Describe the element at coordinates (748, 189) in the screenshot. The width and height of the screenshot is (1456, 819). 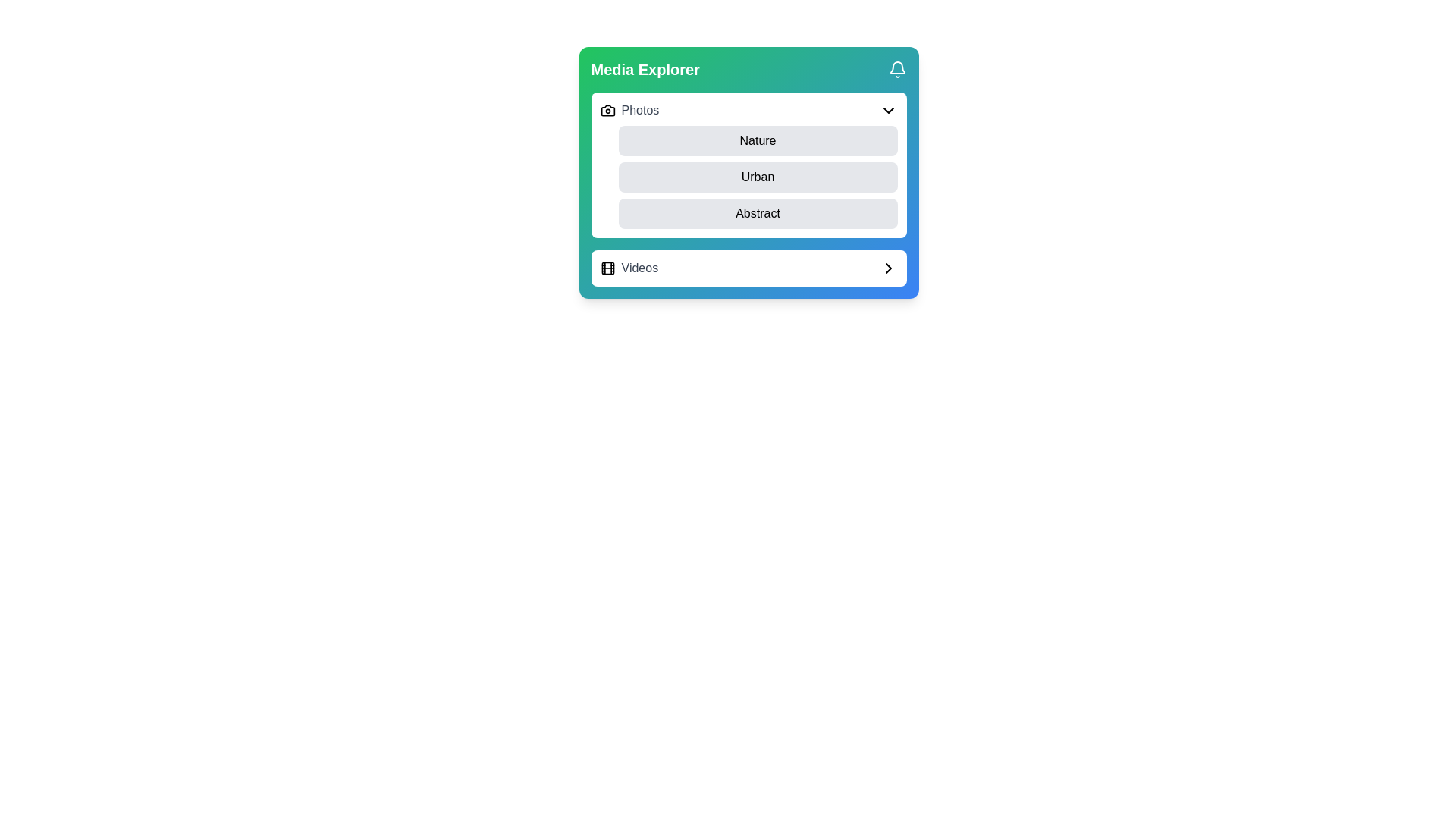
I see `the 'Urban' option in the vertically stacked options under the 'Photos' section` at that location.